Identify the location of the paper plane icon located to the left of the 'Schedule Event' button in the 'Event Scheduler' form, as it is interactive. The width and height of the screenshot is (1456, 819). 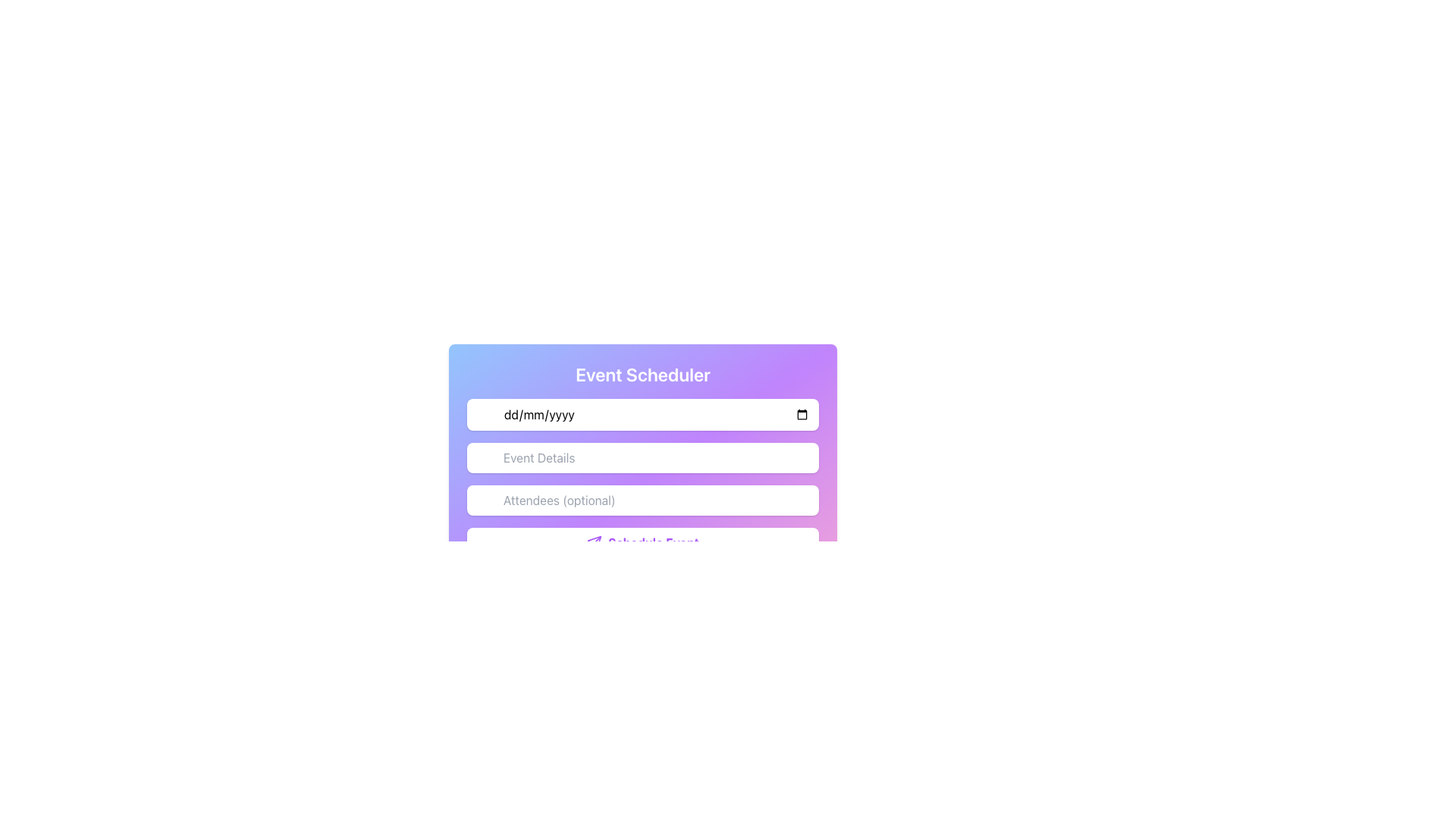
(593, 542).